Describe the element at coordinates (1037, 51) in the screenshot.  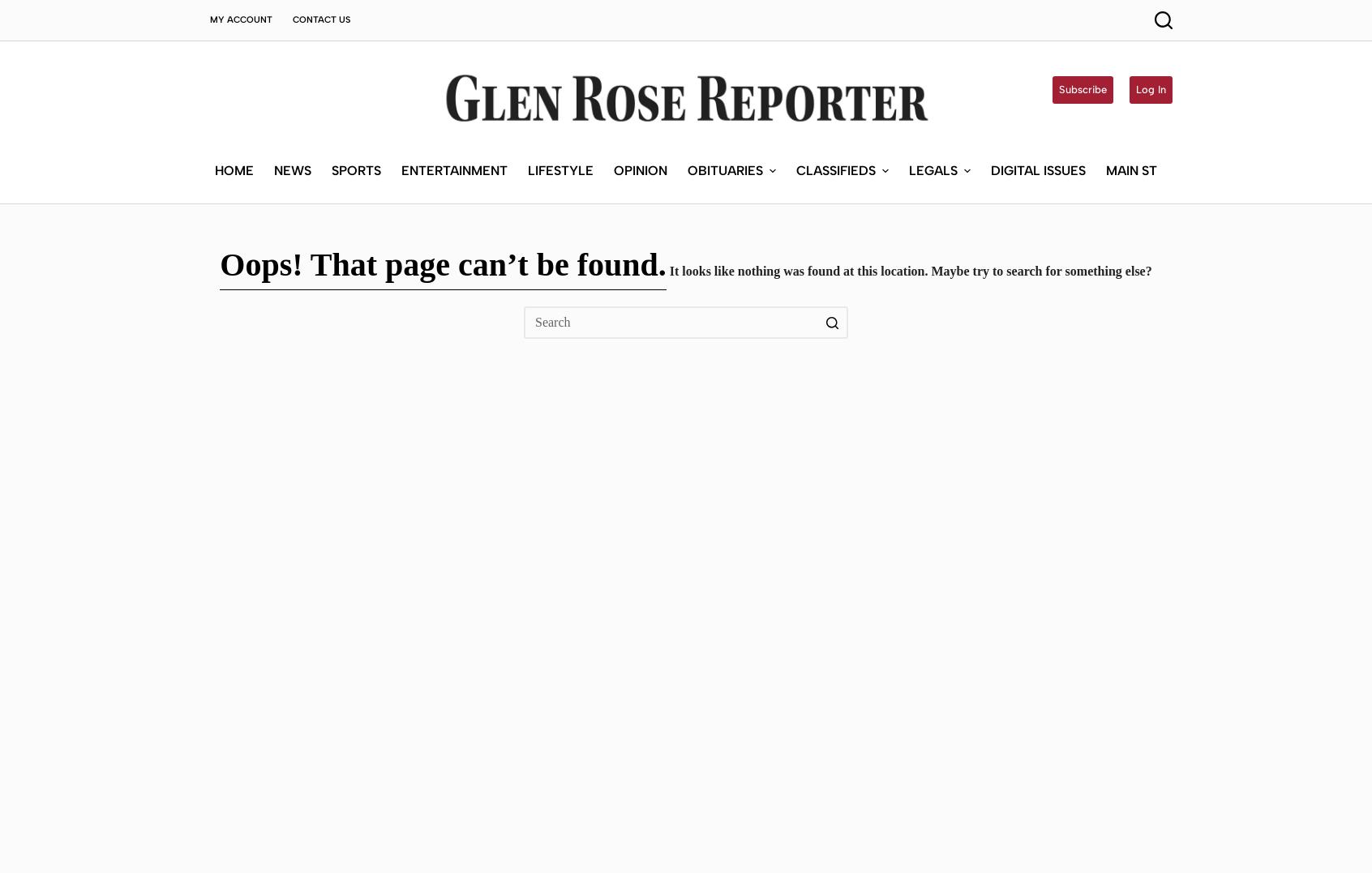
I see `'Digital Issues'` at that location.